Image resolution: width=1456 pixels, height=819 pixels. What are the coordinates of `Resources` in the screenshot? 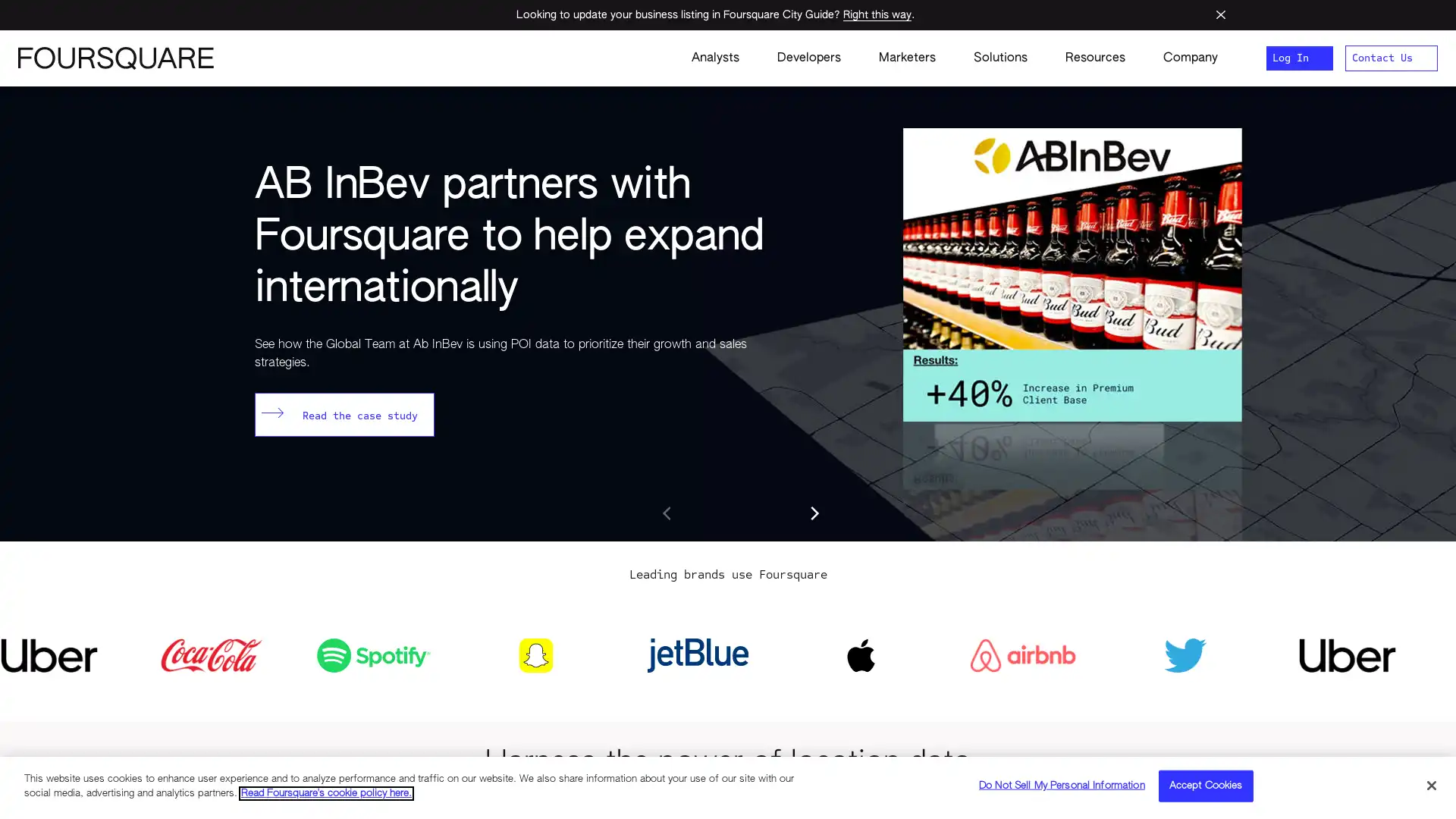 It's located at (1095, 58).